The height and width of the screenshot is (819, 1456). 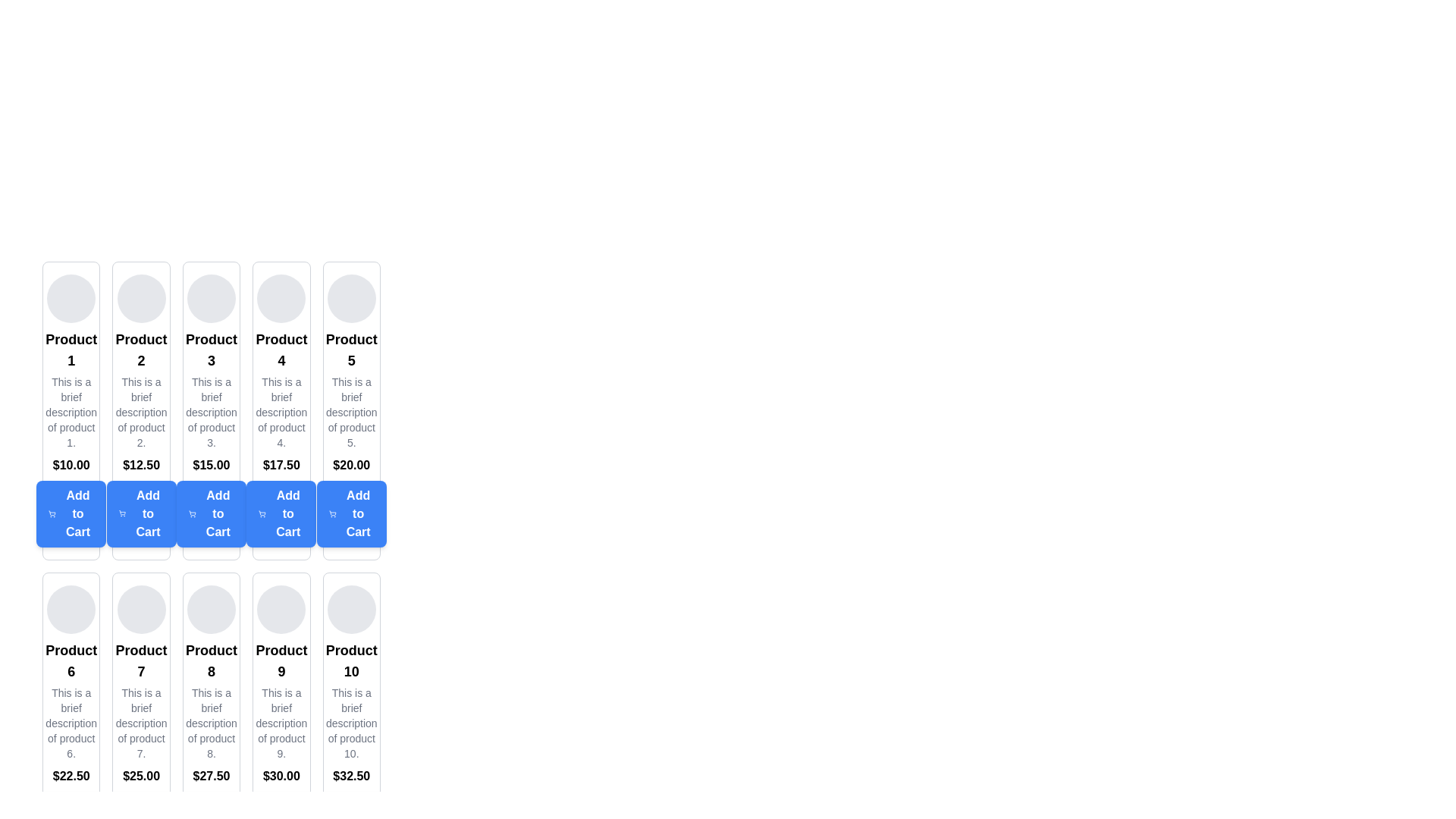 I want to click on the Text label for 'Product 2' which is positioned below the circular image placeholder in its product card, so click(x=141, y=350).